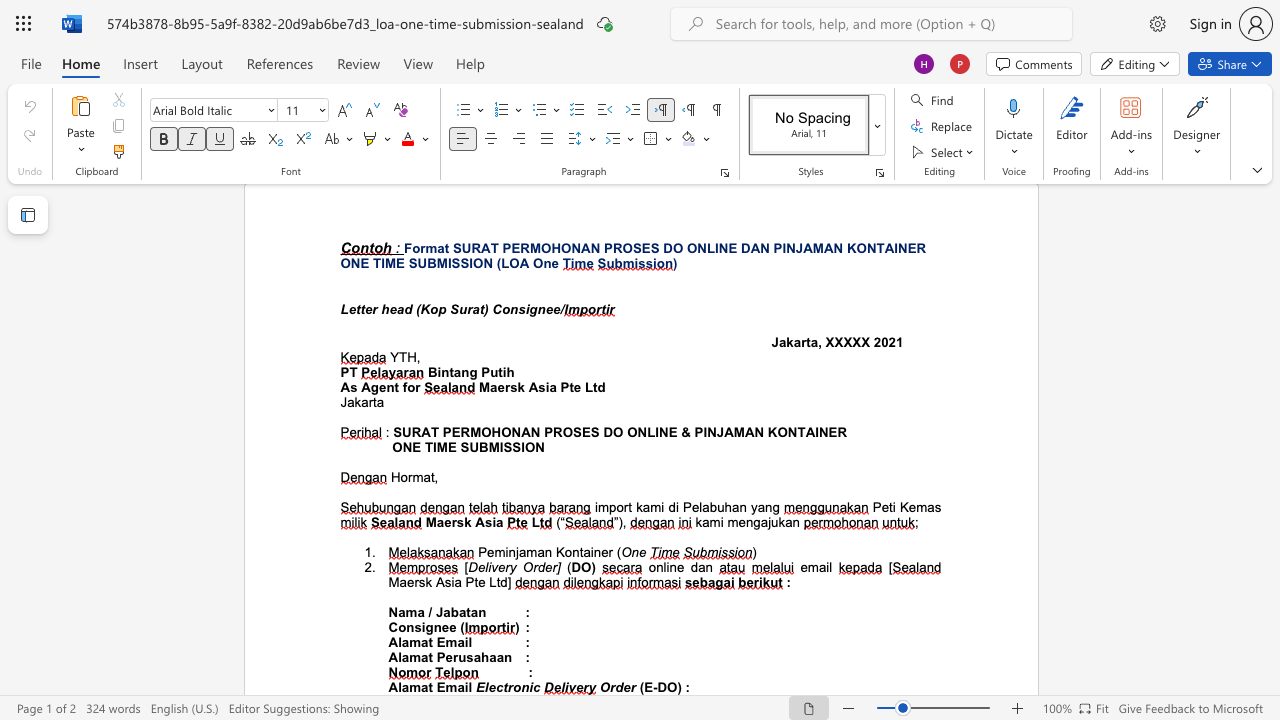 The image size is (1280, 720). Describe the element at coordinates (427, 686) in the screenshot. I see `the subset text "t Emai" within the text "Alamat Email"` at that location.